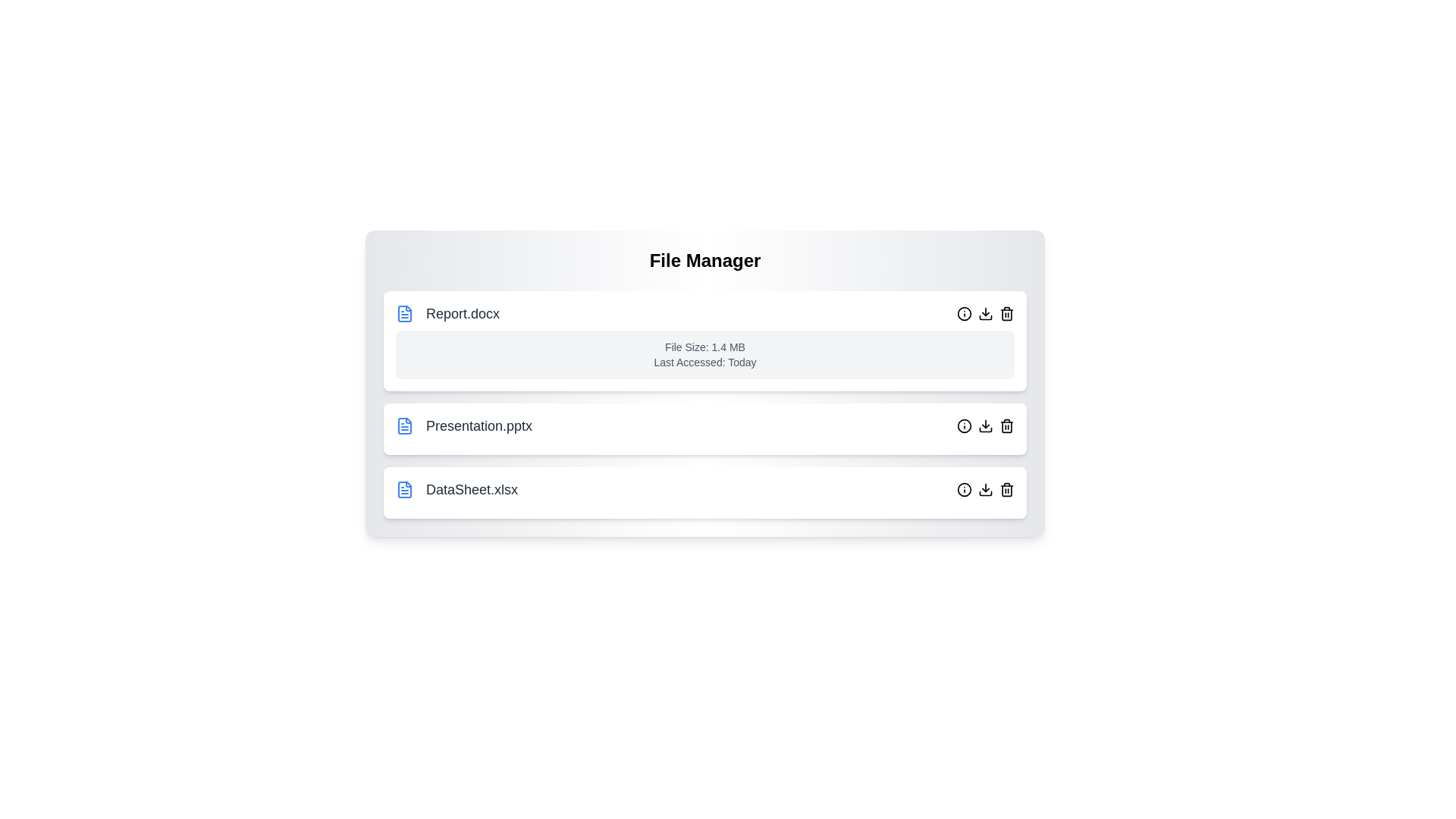  What do you see at coordinates (1007, 489) in the screenshot?
I see `the delete button for the file named DataSheet.xlsx` at bounding box center [1007, 489].